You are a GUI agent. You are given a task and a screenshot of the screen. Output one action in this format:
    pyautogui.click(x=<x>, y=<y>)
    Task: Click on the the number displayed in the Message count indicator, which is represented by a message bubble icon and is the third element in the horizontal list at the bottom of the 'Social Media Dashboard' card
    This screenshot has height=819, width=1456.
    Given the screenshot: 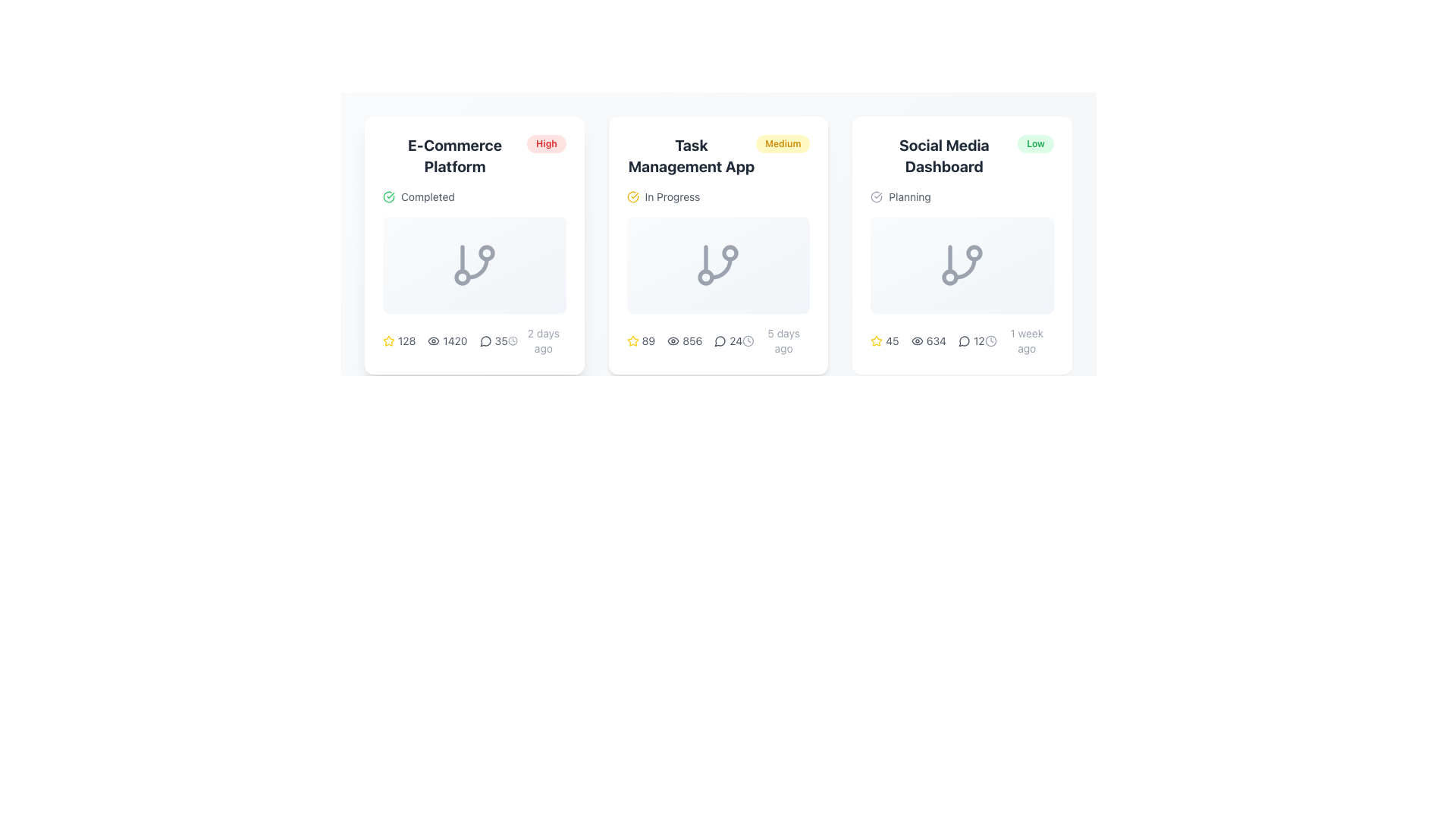 What is the action you would take?
    pyautogui.click(x=962, y=341)
    